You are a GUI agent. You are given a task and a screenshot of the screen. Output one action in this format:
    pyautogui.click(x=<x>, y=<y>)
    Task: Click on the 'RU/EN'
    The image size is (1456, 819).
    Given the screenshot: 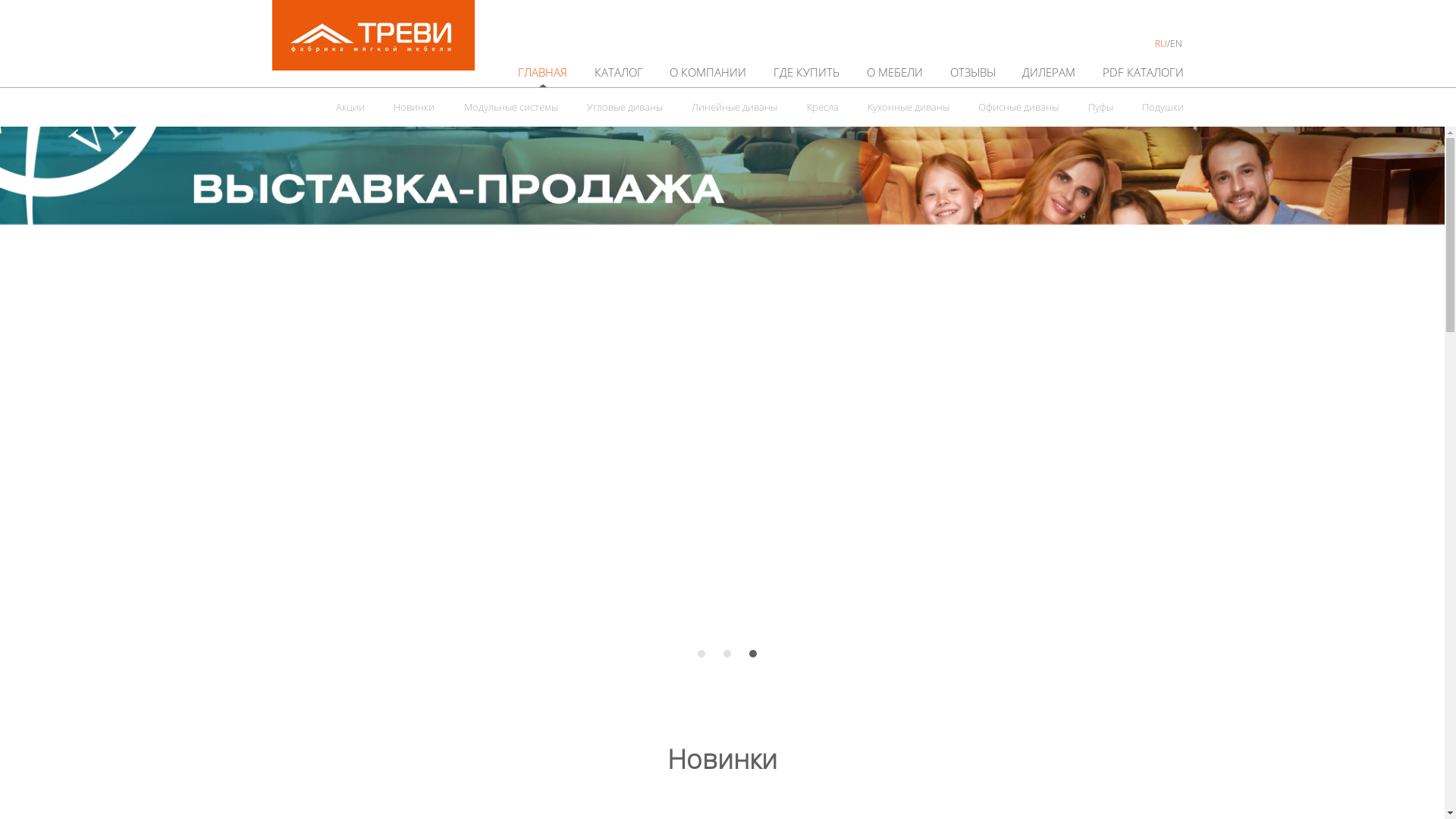 What is the action you would take?
    pyautogui.click(x=1168, y=42)
    